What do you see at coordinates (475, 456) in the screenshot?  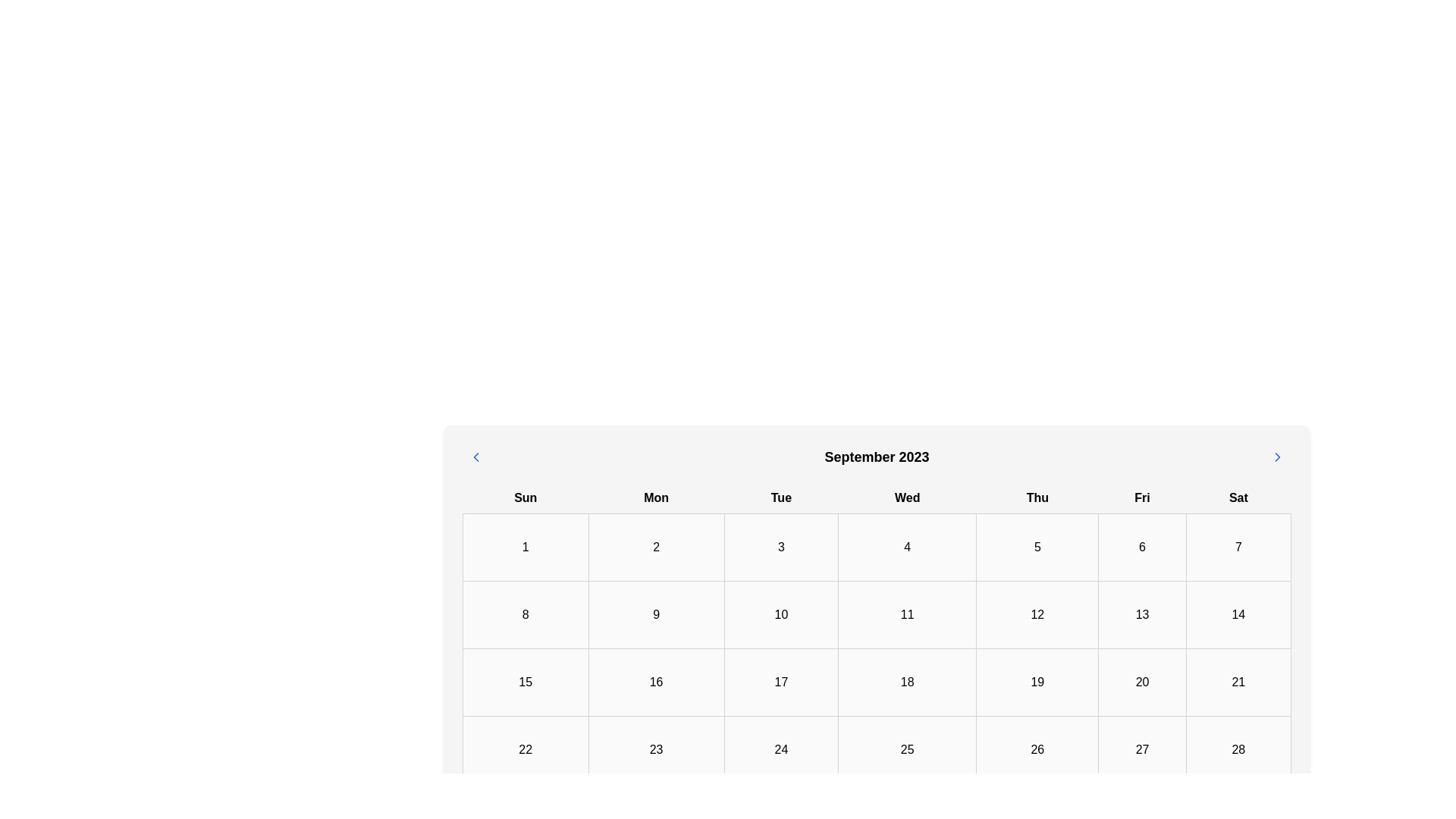 I see `the left-facing chevron icon button located at the top-left corner of the calendar display` at bounding box center [475, 456].